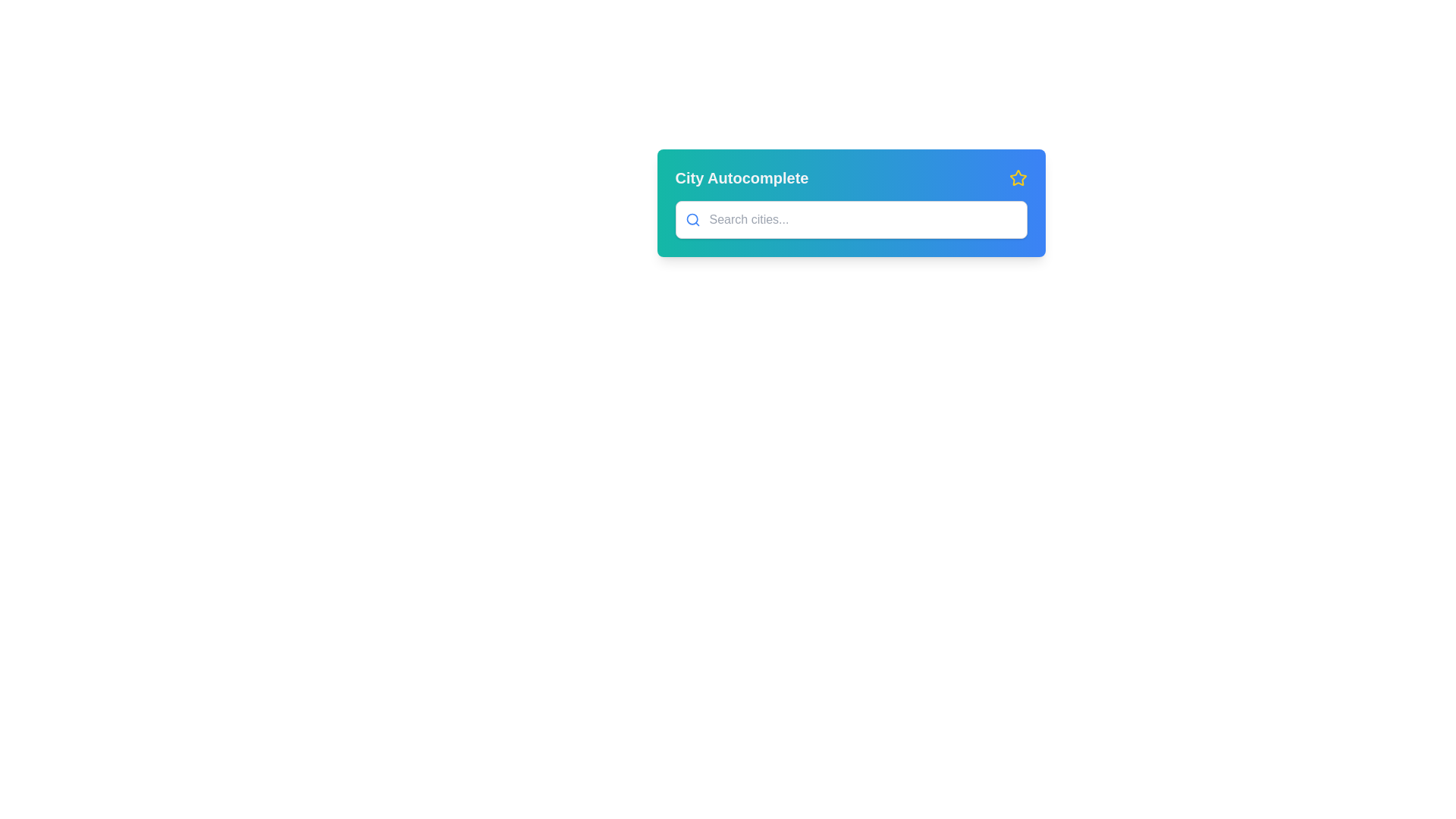 This screenshot has width=1456, height=819. I want to click on the star icon, characterized by a yellow outline and blue interior, located at the top-right corner of the UI card next to 'City Autocomplete', to toggle its state, so click(1018, 177).